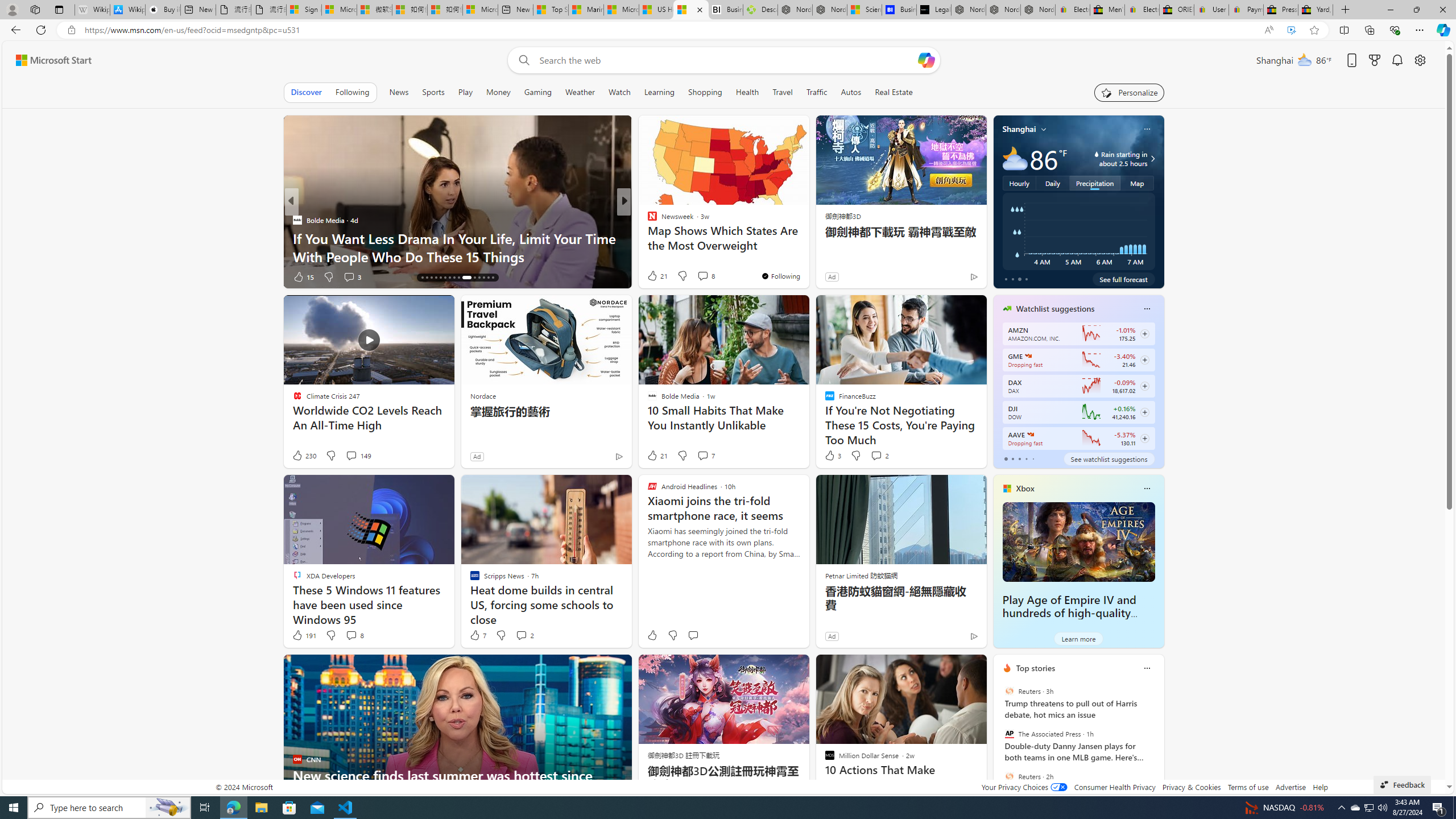 This screenshot has width=1456, height=819. I want to click on 'View comments 265 Comment', so click(709, 276).